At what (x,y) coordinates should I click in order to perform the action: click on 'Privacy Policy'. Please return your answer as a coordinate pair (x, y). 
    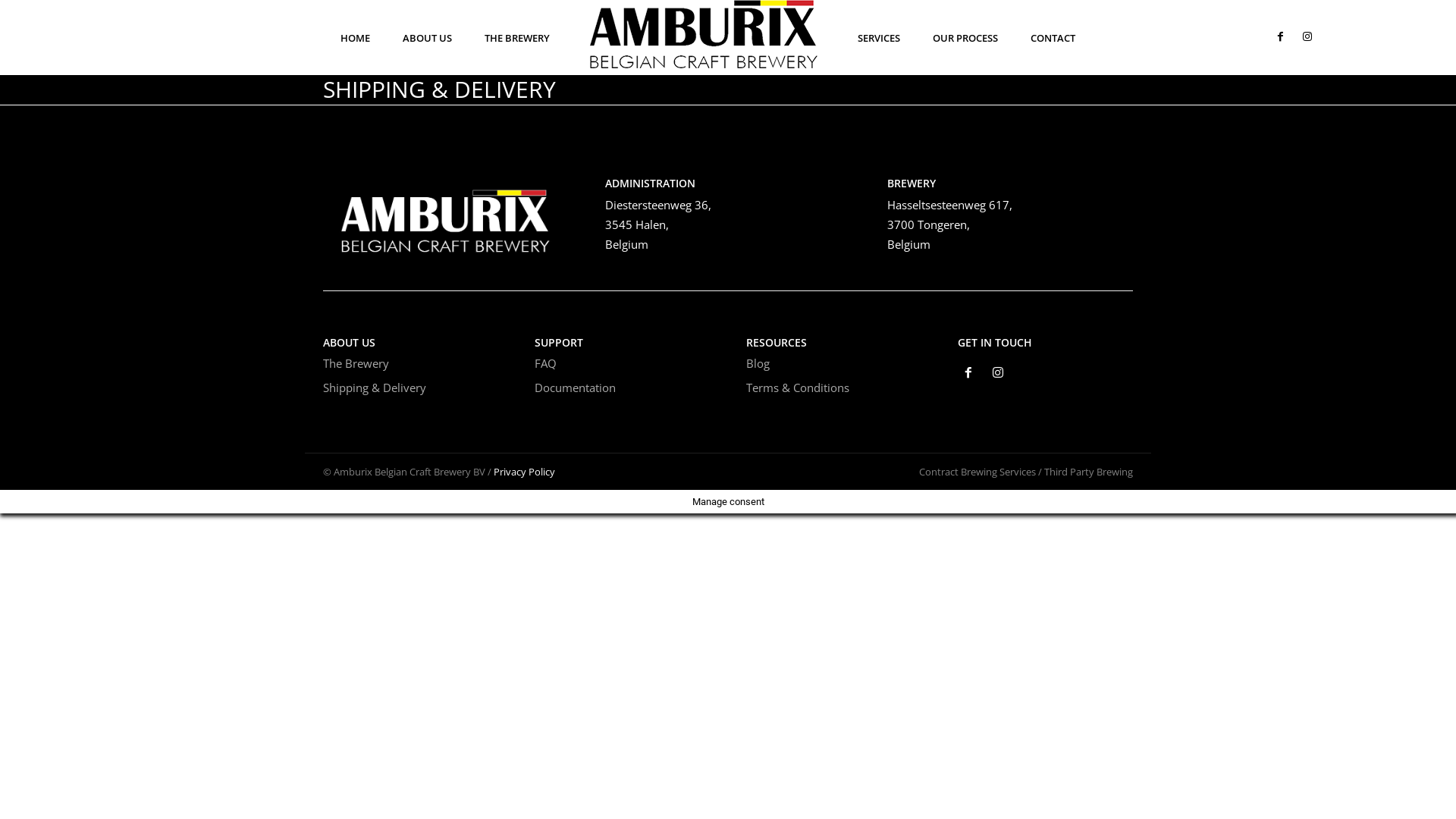
    Looking at the image, I should click on (494, 470).